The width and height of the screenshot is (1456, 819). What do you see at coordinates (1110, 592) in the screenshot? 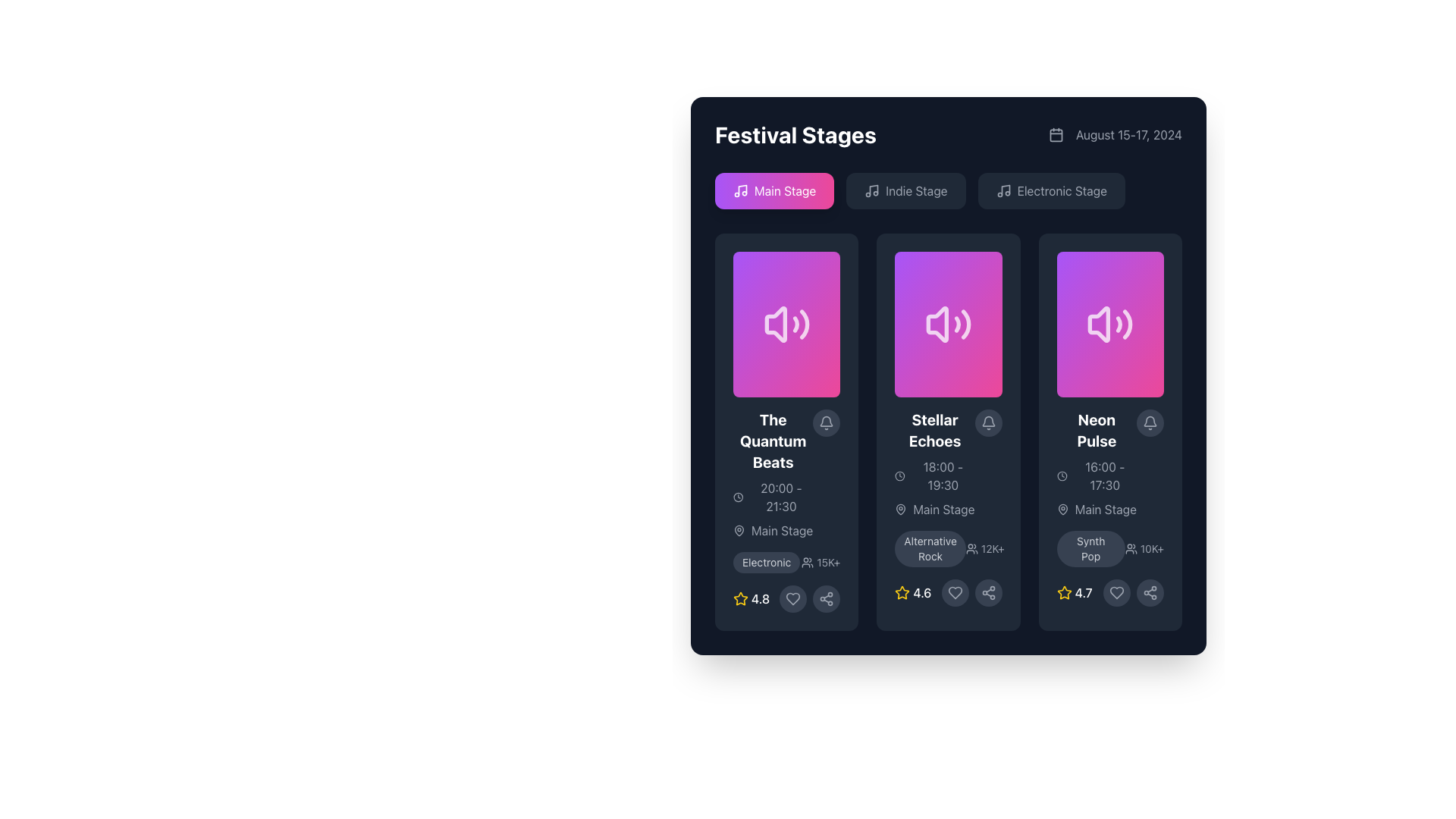
I see `the heart-shaped icon button outlined in light gray to like or favorite the 'Neon Pulse' card` at bounding box center [1110, 592].